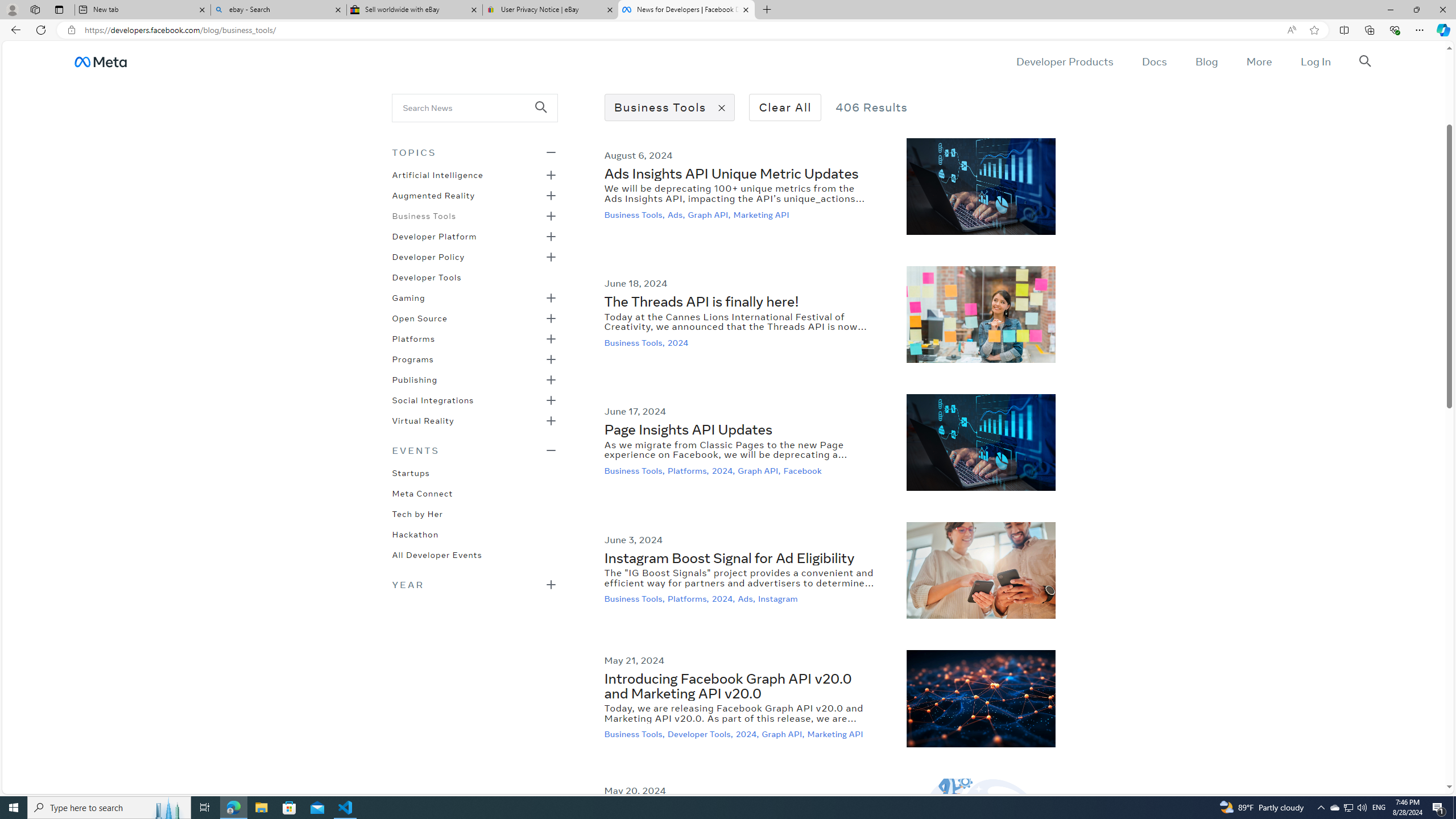 The height and width of the screenshot is (819, 1456). What do you see at coordinates (1259, 61) in the screenshot?
I see `'More'` at bounding box center [1259, 61].